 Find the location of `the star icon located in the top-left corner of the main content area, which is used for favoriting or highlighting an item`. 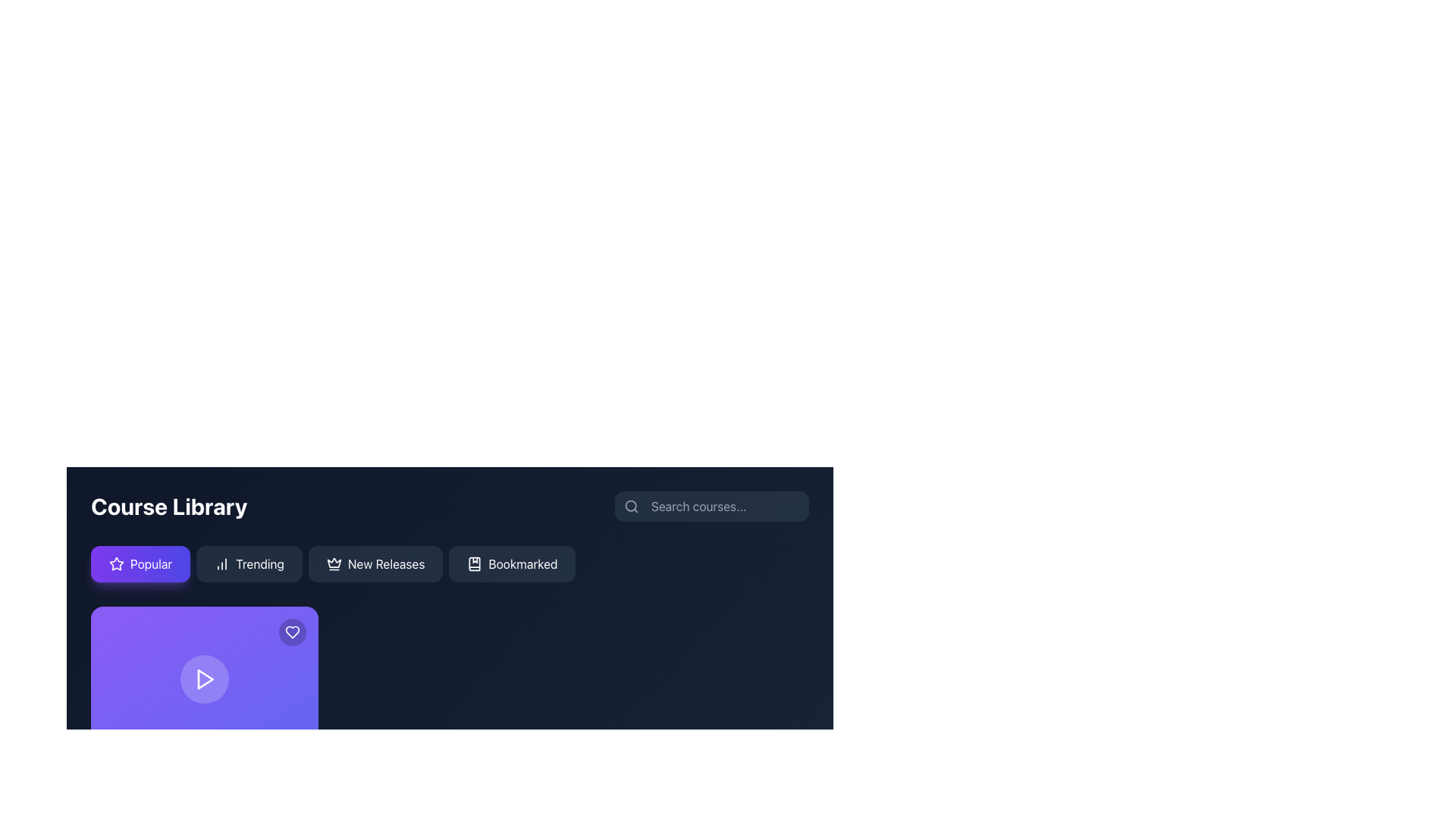

the star icon located in the top-left corner of the main content area, which is used for favoriting or highlighting an item is located at coordinates (115, 563).